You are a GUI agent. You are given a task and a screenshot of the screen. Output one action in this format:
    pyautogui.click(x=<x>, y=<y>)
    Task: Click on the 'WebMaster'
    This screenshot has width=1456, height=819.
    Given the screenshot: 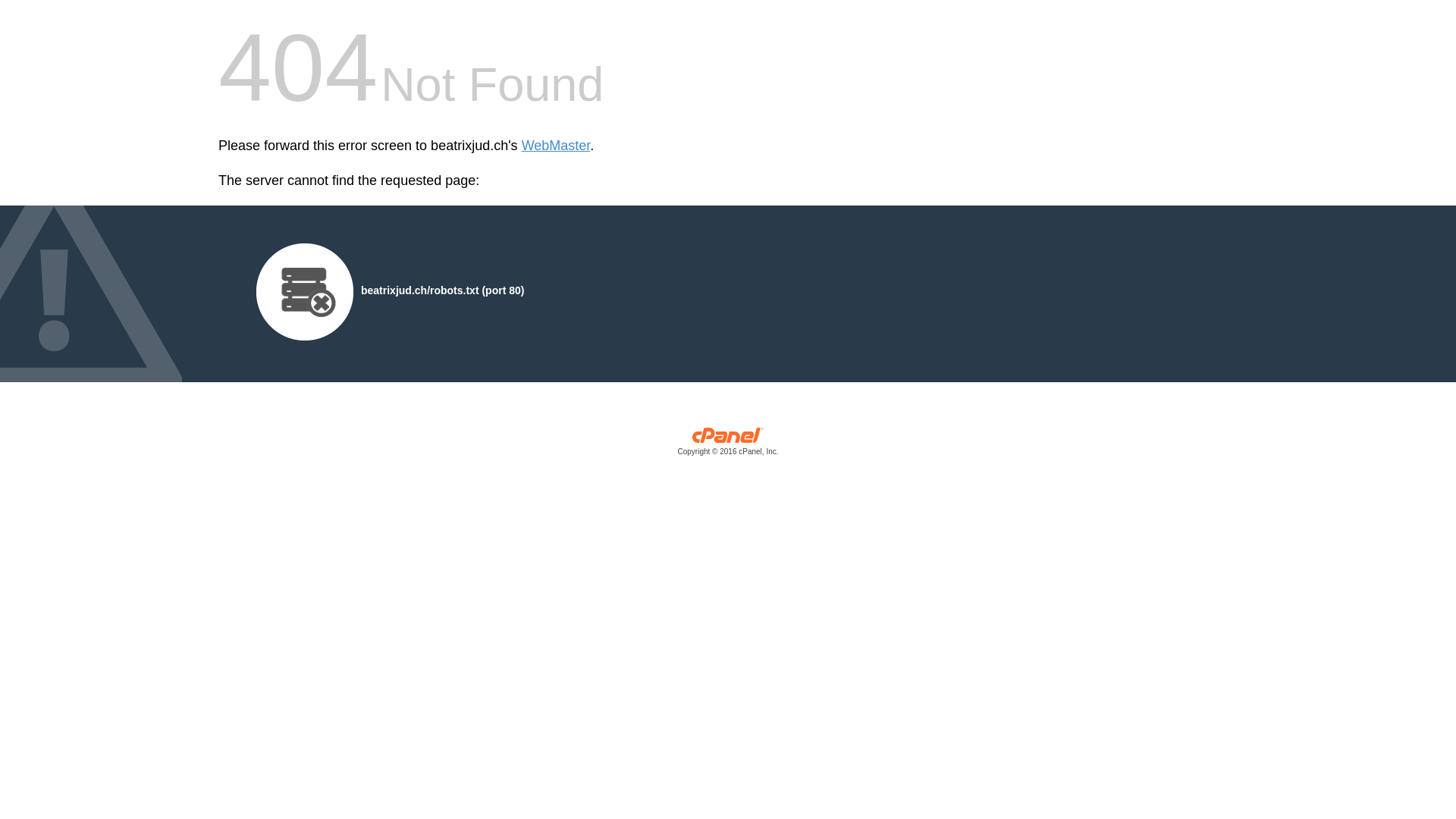 What is the action you would take?
    pyautogui.click(x=555, y=146)
    